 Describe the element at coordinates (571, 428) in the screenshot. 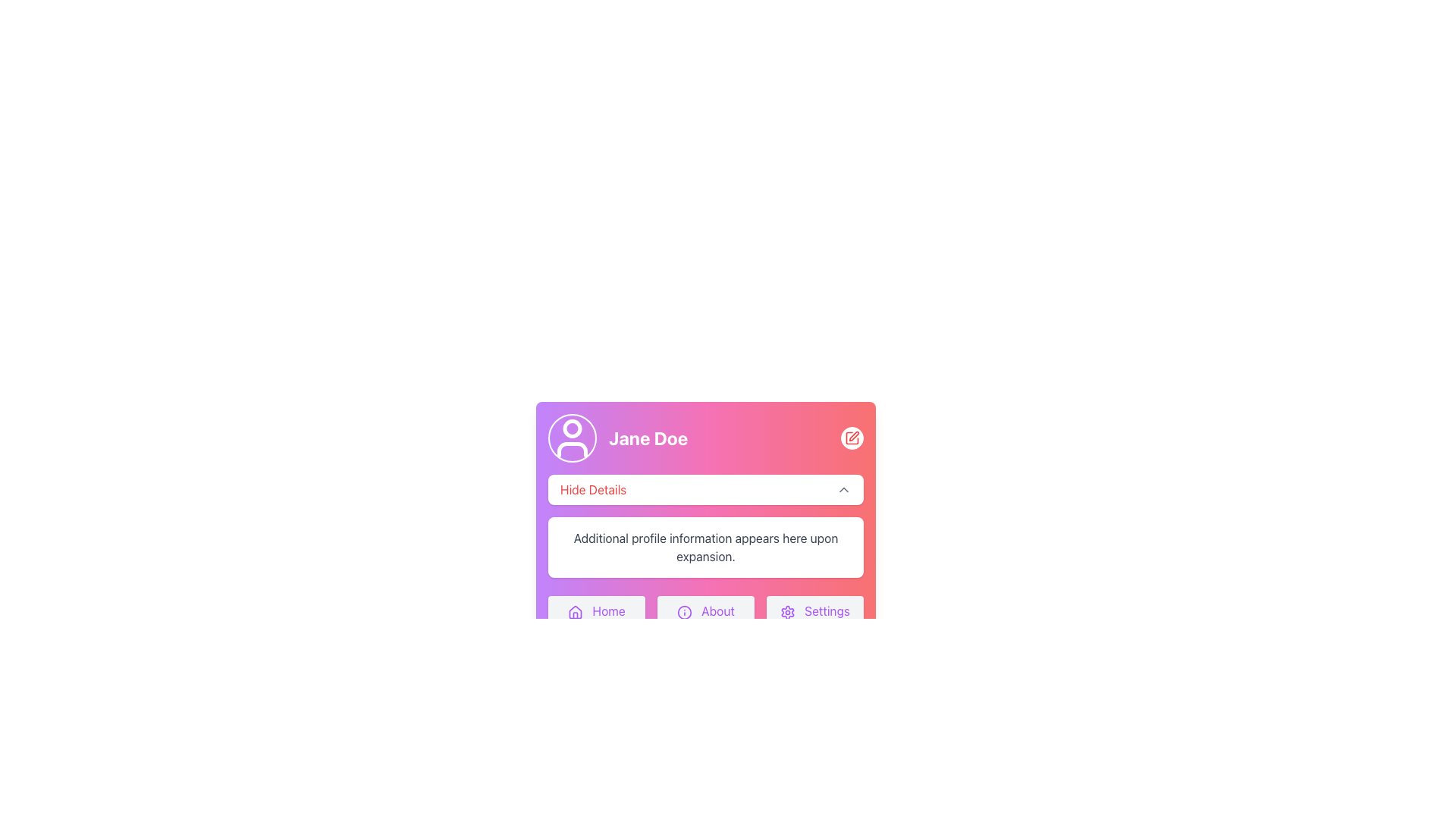

I see `the circular profile-like shape representing the user's head, located at the center of the user profile icon` at that location.